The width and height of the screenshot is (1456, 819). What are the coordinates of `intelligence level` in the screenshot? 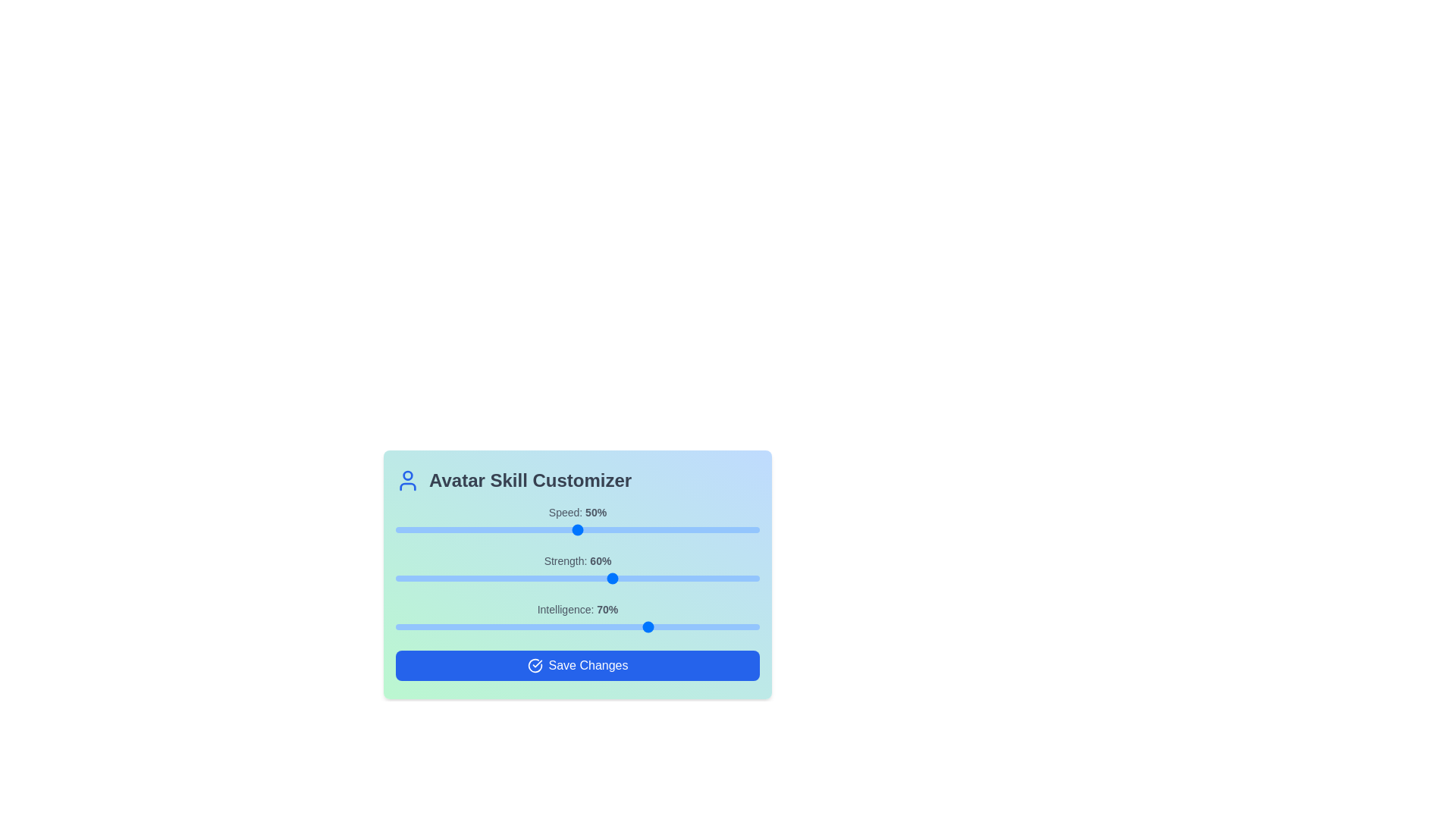 It's located at (438, 626).